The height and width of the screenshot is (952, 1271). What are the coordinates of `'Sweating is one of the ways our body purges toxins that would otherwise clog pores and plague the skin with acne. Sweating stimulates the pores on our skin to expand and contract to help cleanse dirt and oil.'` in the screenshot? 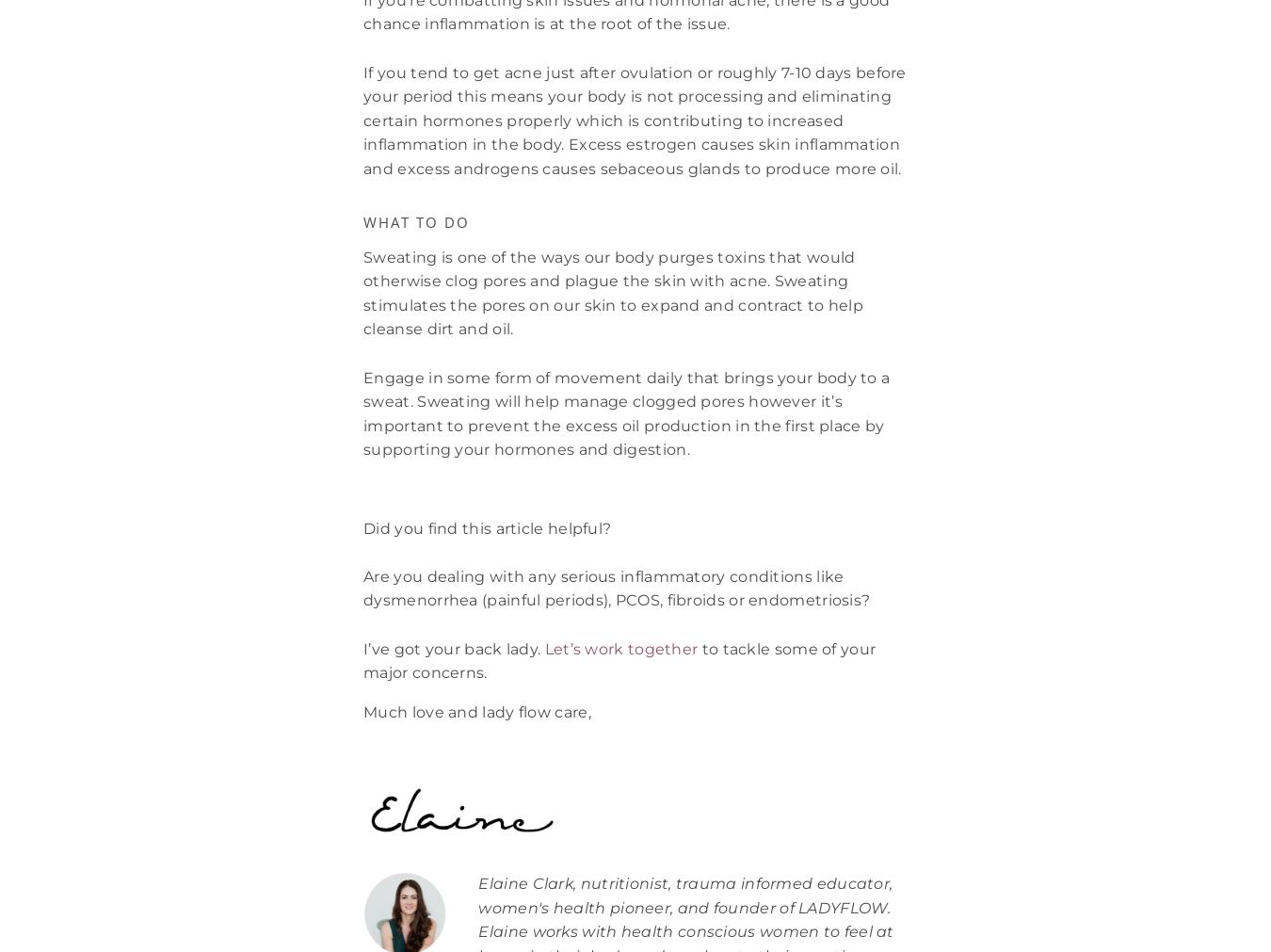 It's located at (615, 292).